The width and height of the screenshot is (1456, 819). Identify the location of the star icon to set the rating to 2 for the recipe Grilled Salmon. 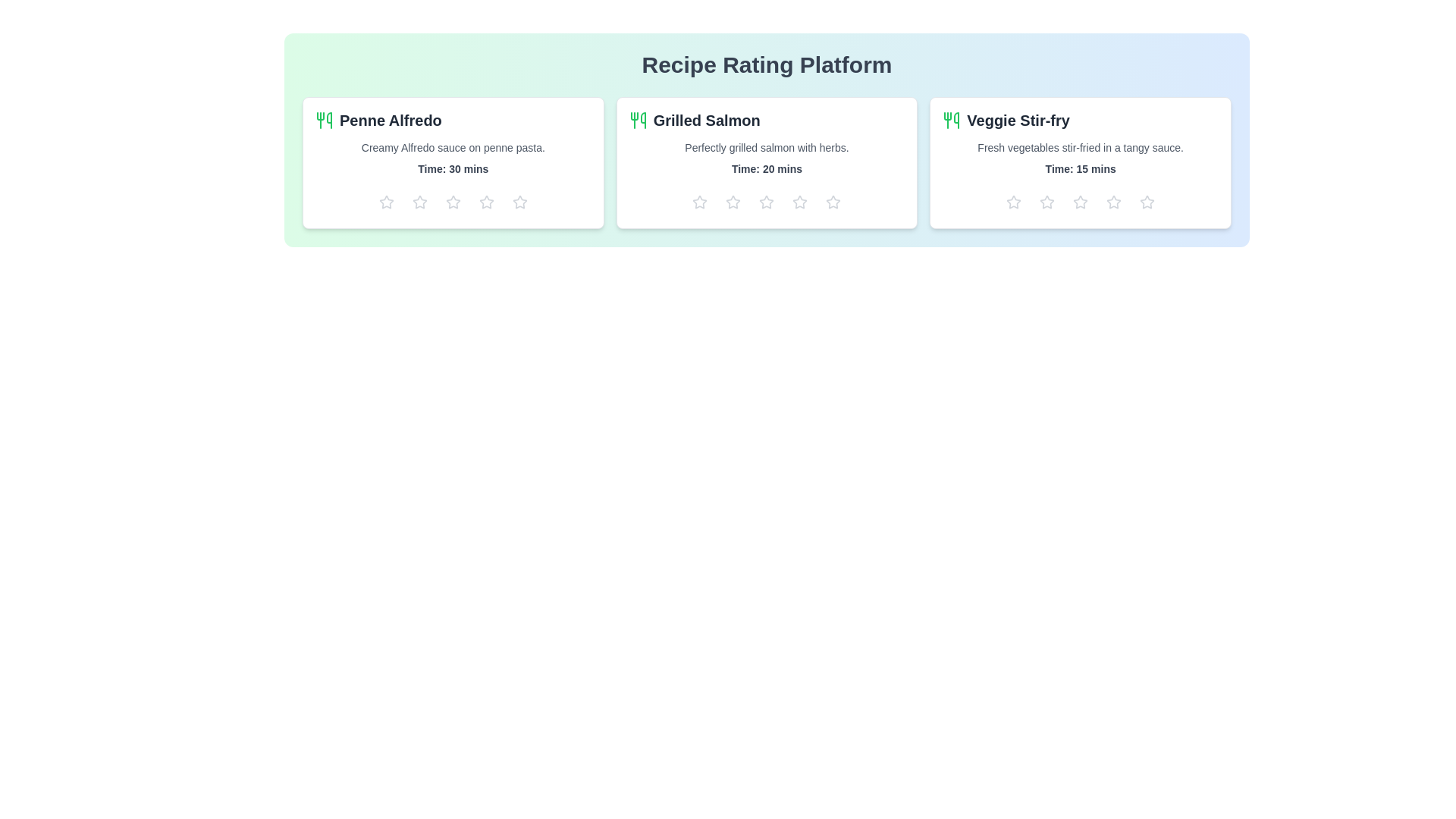
(733, 201).